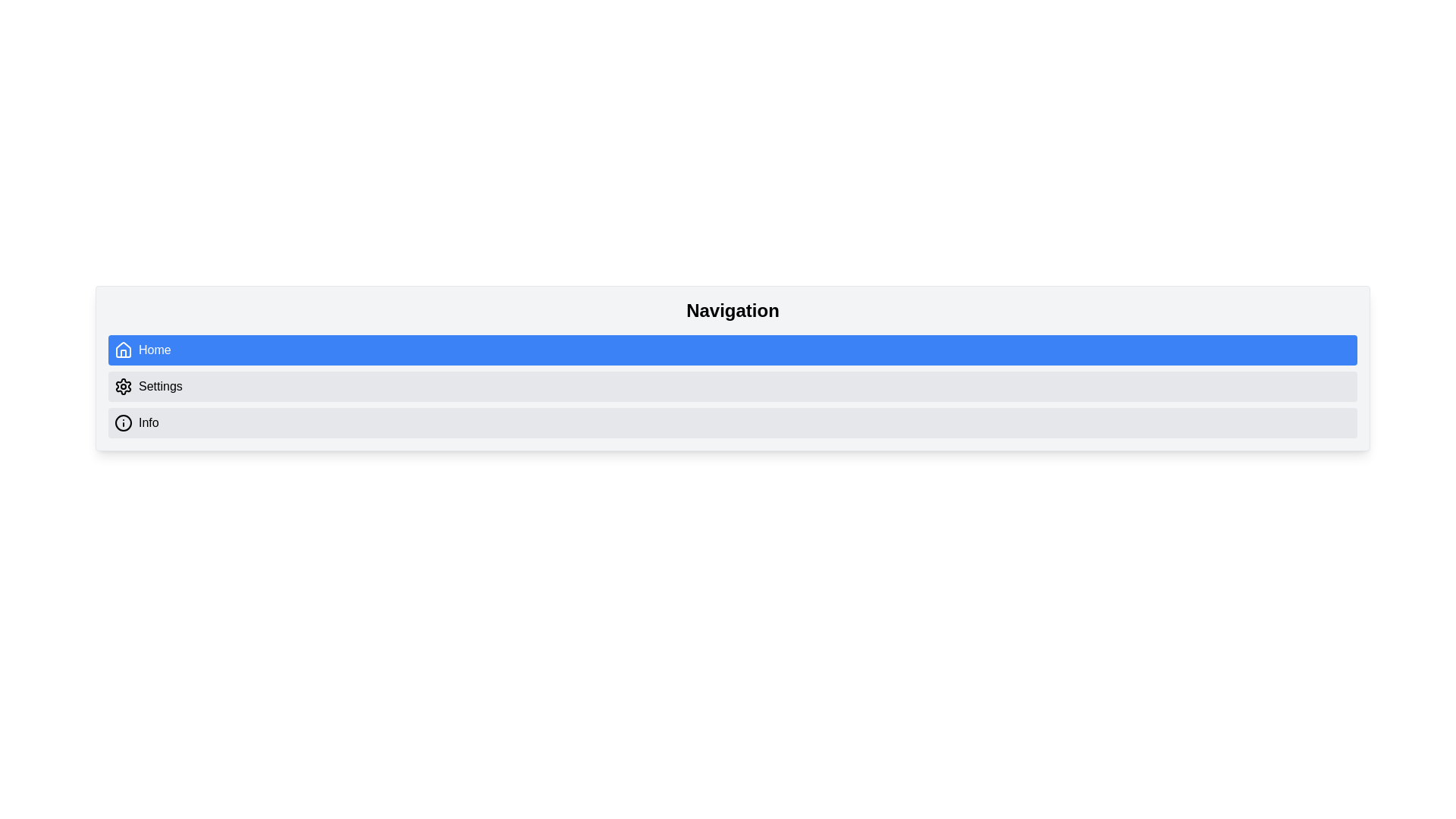 The width and height of the screenshot is (1456, 819). I want to click on the door icon within the Home navigation item's icon, which represents an entryway at the bottom of the house figure, so click(124, 353).